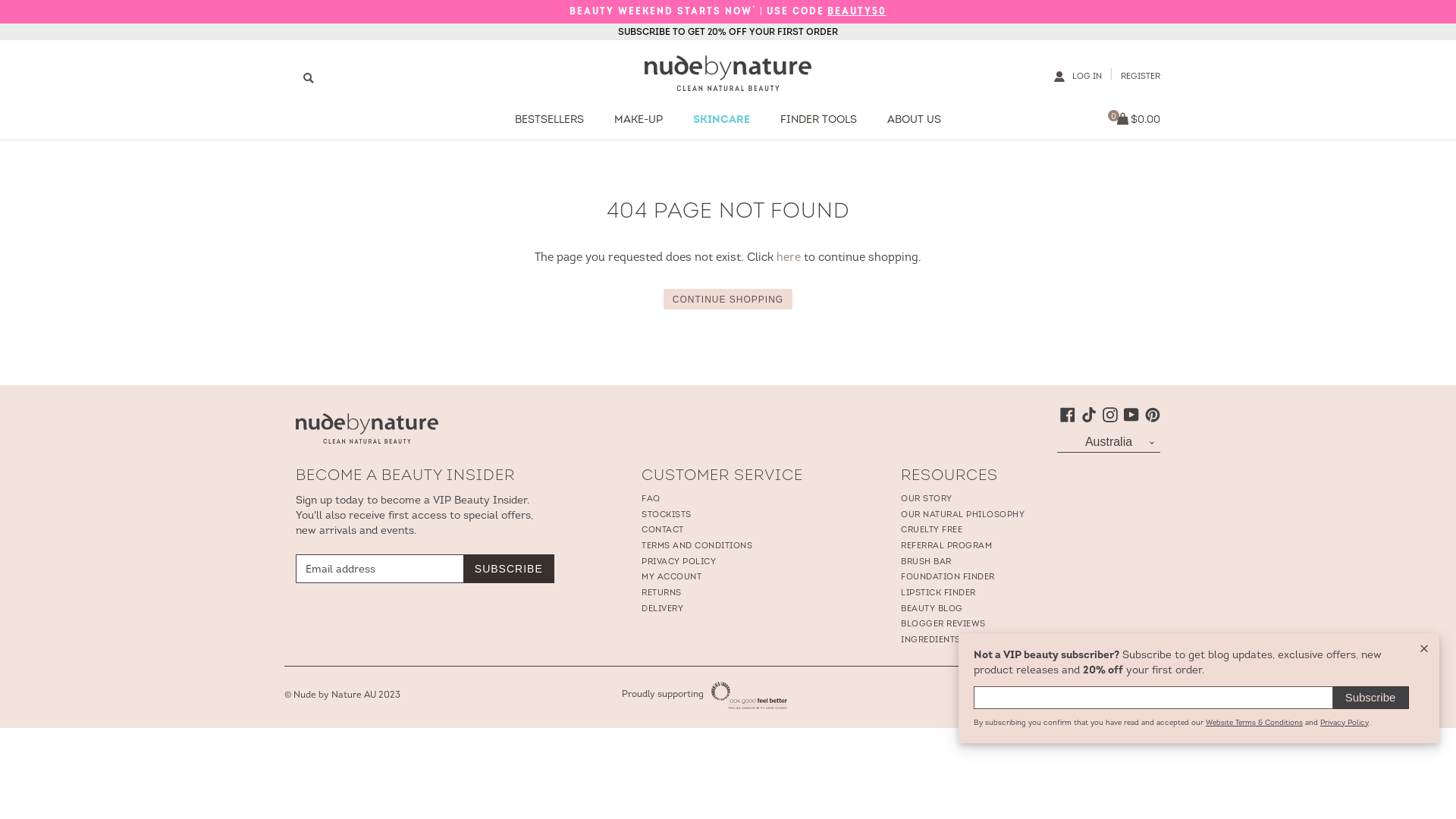 This screenshot has width=1456, height=819. What do you see at coordinates (509, 568) in the screenshot?
I see `'SUBSCRIBE'` at bounding box center [509, 568].